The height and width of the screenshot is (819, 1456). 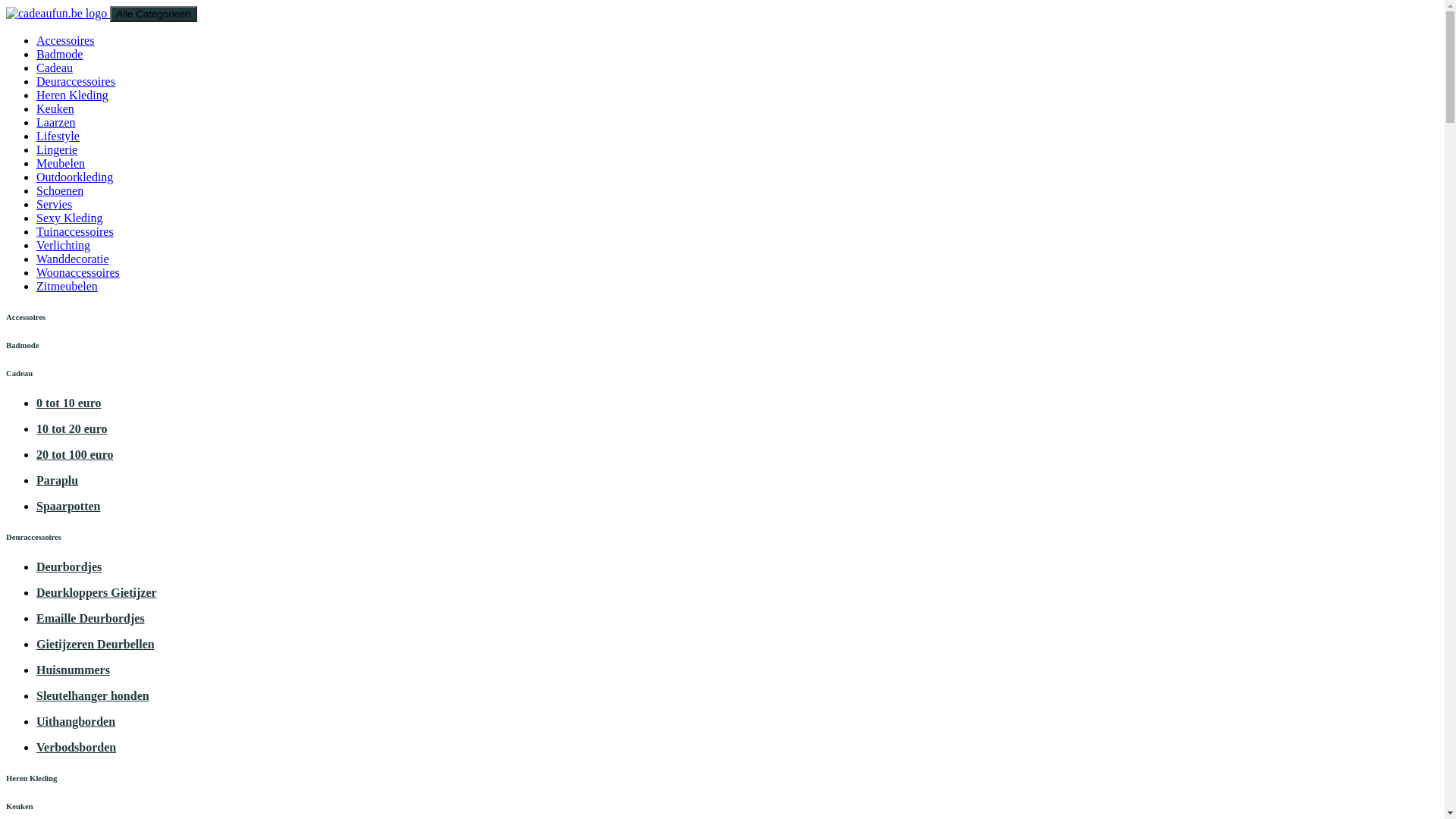 I want to click on 'Uithangborden', so click(x=75, y=720).